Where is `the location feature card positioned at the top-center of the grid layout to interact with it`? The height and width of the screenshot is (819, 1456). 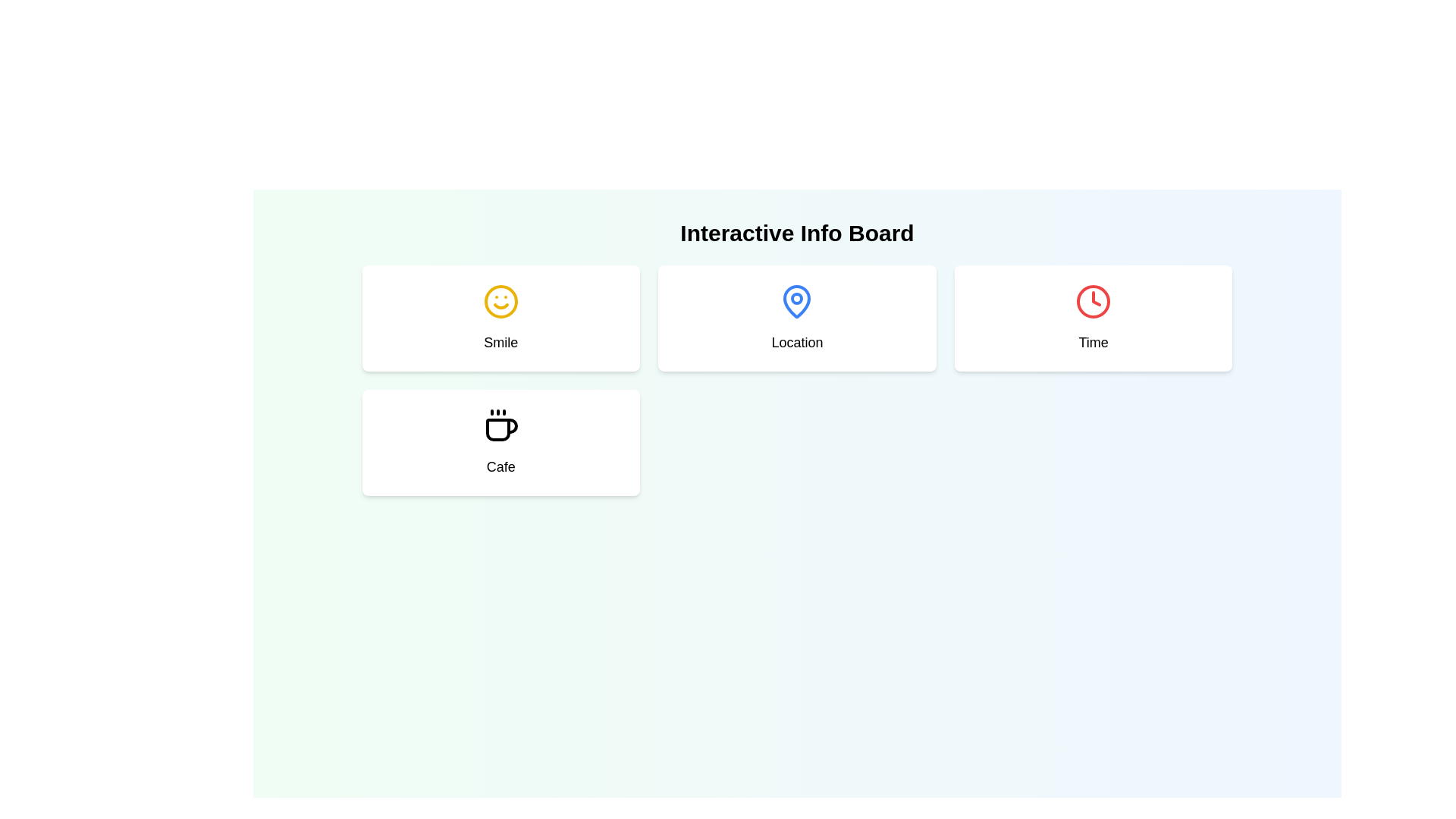 the location feature card positioned at the top-center of the grid layout to interact with it is located at coordinates (796, 318).